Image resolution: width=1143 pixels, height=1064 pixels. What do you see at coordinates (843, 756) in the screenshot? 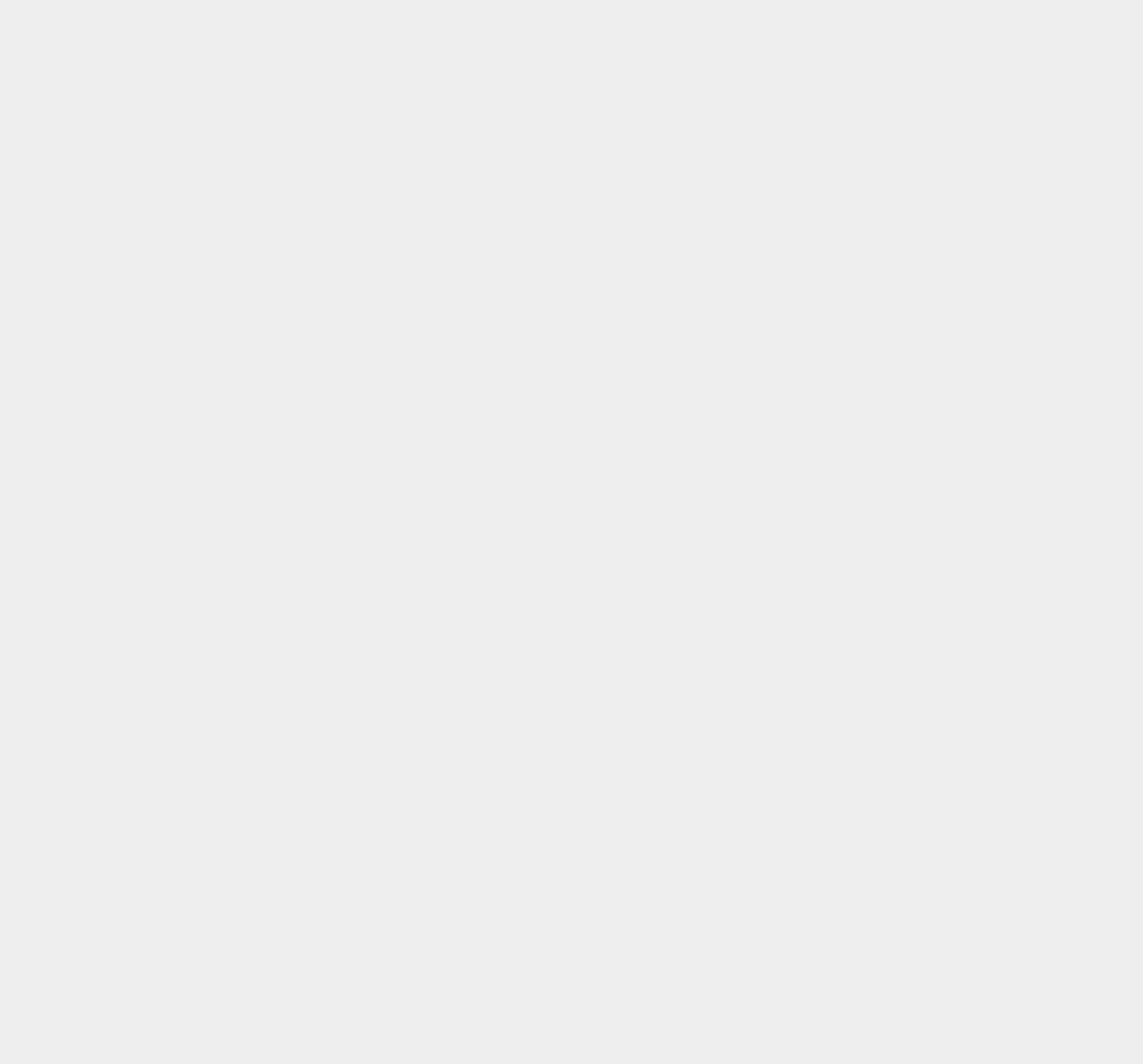
I see `'eCommerce'` at bounding box center [843, 756].